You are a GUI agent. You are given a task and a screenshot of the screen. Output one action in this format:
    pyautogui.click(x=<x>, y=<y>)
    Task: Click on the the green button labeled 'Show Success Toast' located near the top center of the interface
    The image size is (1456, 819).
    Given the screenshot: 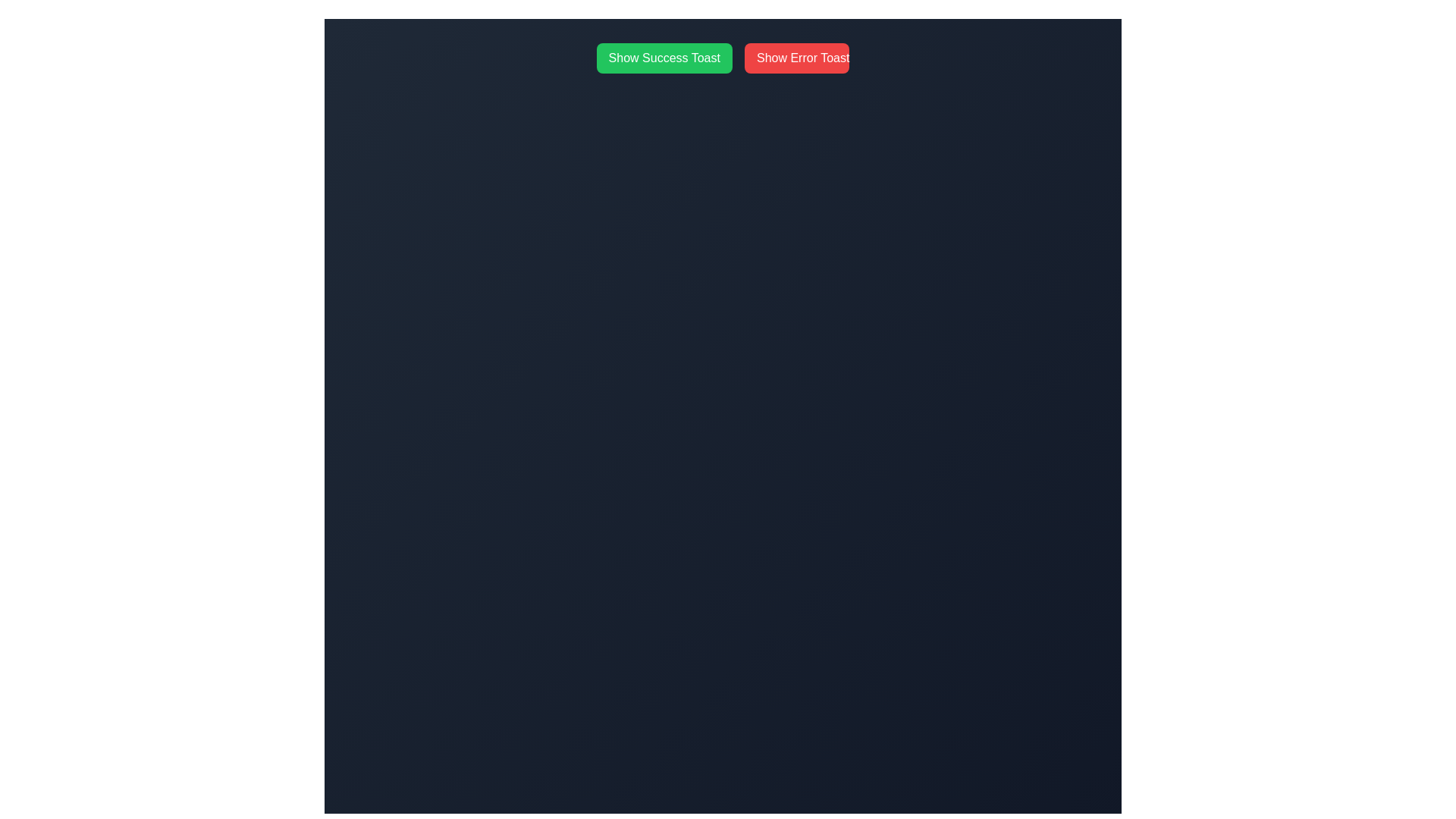 What is the action you would take?
    pyautogui.click(x=664, y=58)
    